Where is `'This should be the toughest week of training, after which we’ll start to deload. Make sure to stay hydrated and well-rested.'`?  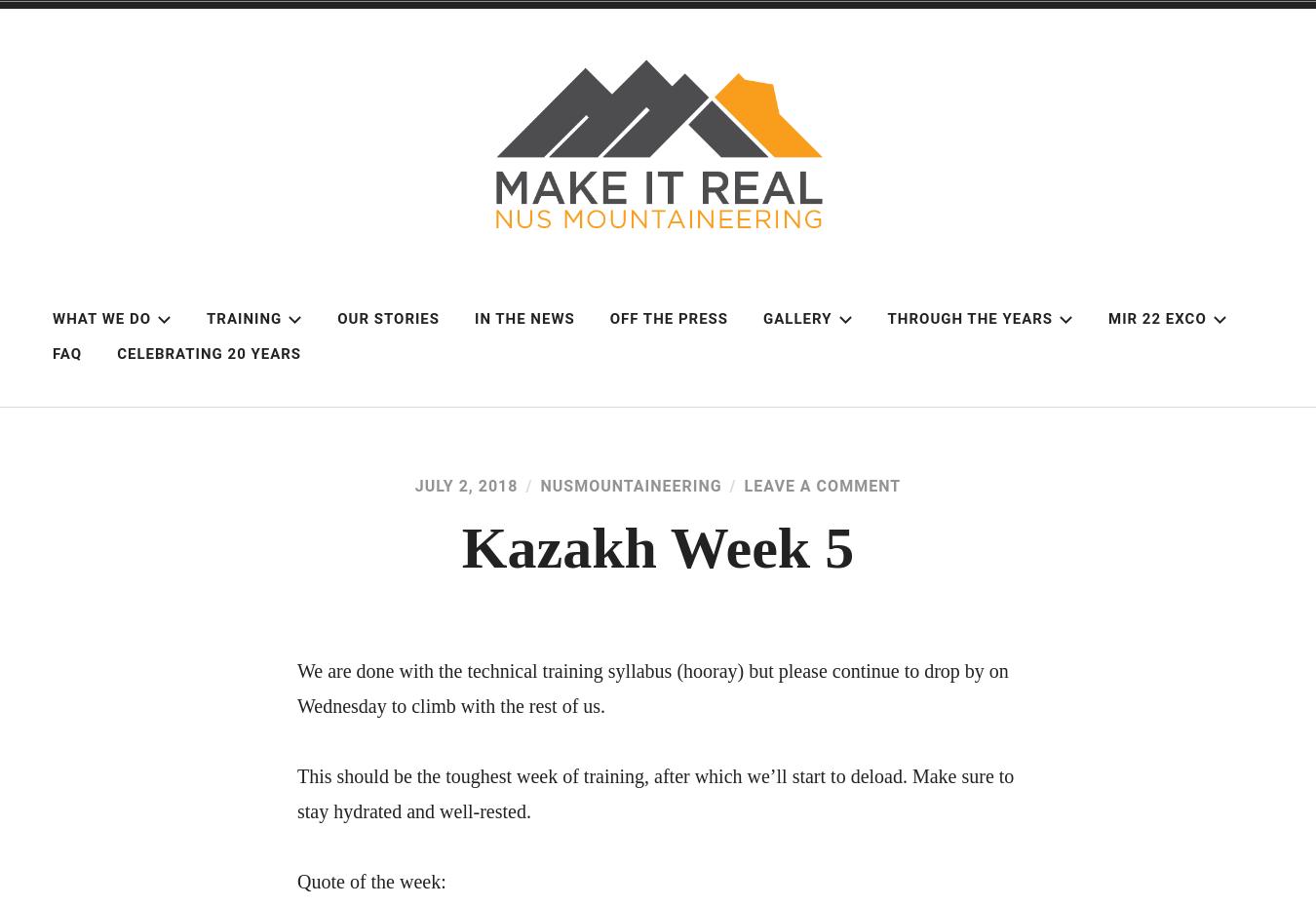 'This should be the toughest week of training, after which we’ll start to deload. Make sure to stay hydrated and well-rested.' is located at coordinates (655, 793).